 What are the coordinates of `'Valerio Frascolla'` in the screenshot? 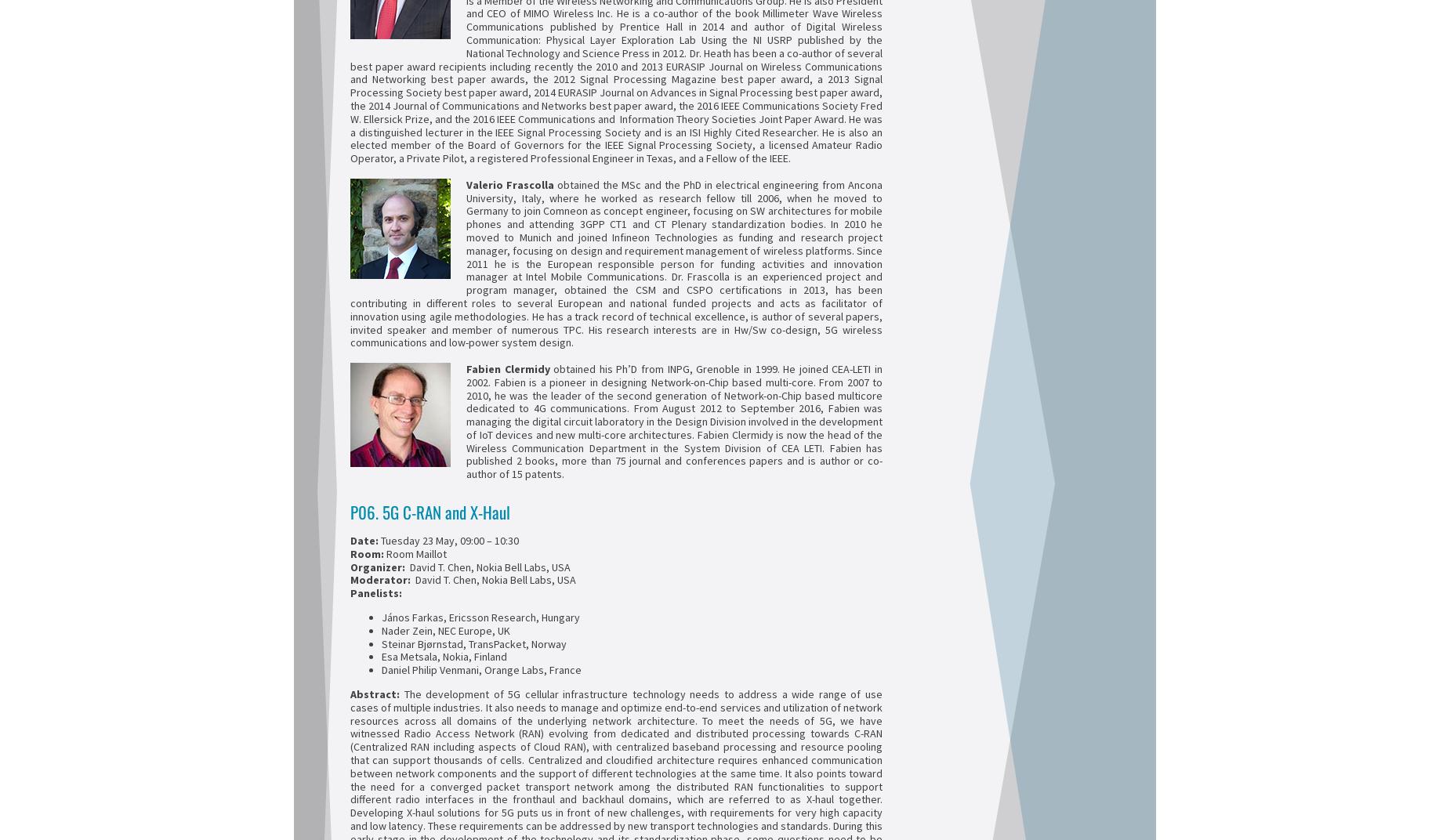 It's located at (466, 183).